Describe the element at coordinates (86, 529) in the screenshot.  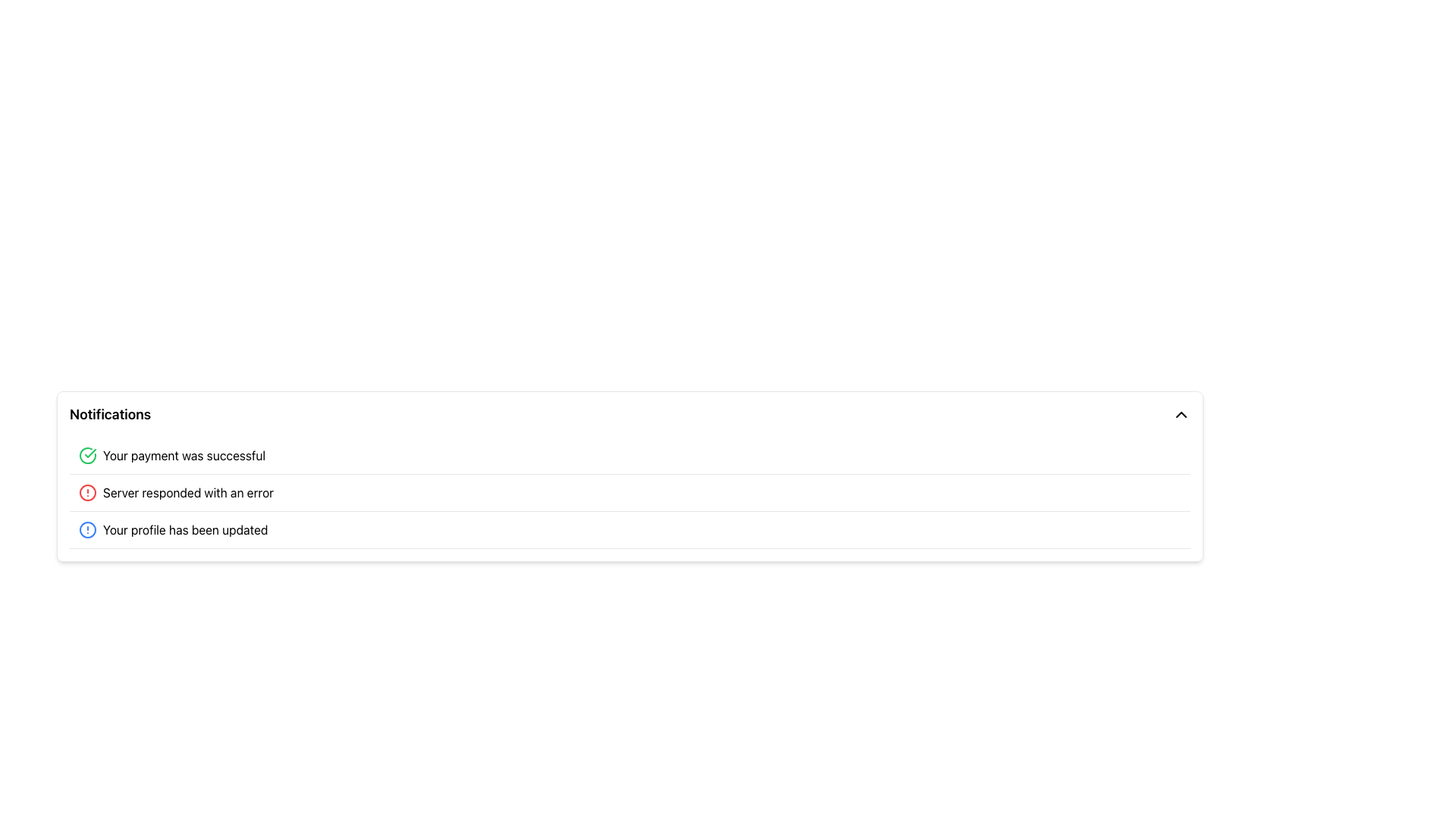
I see `the circular notification icon with a blue outline that is positioned to the immediate left of the text 'Your profile has been updated' in the third notification entry` at that location.